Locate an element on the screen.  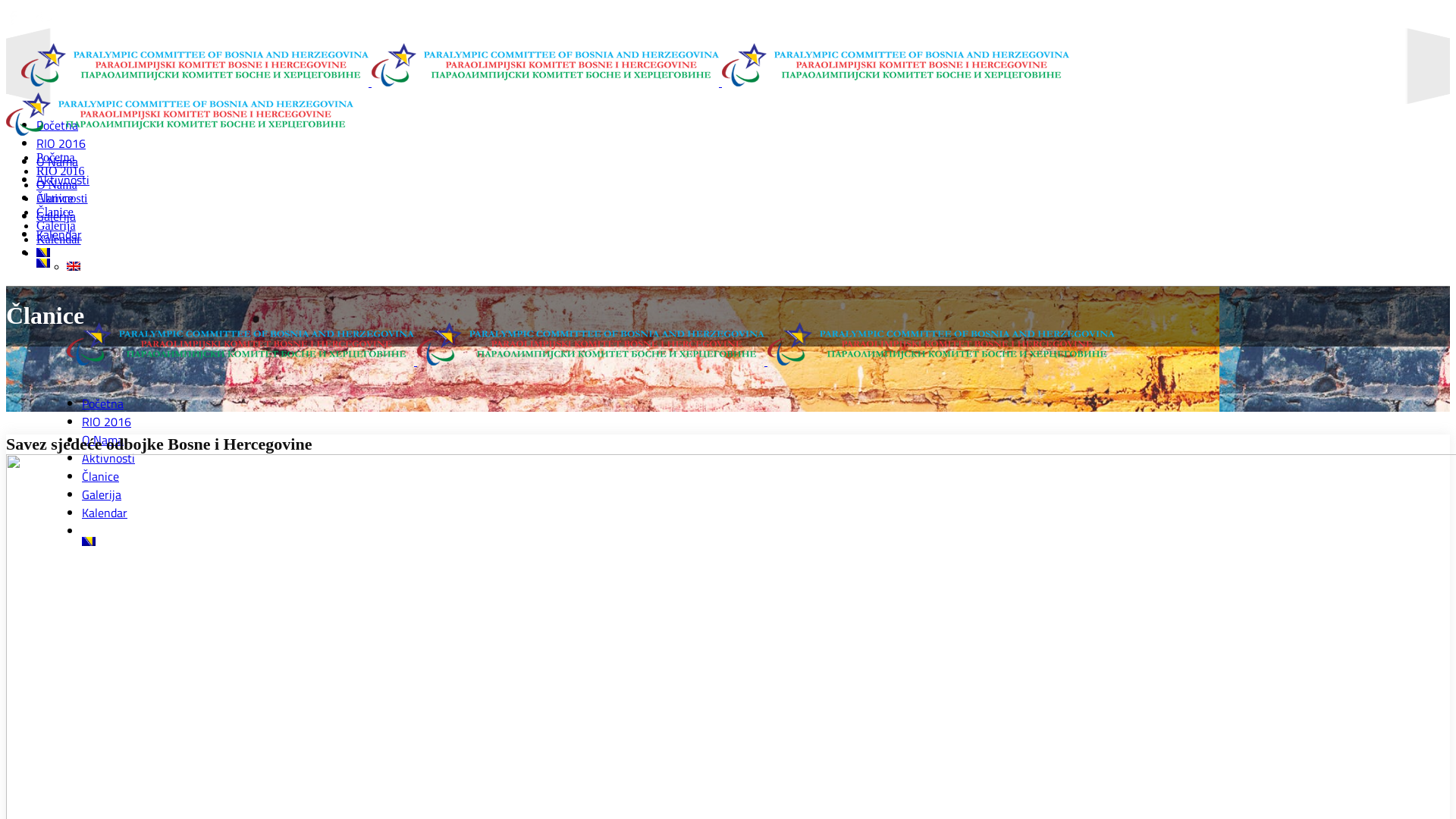
'Galerija' is located at coordinates (81, 494).